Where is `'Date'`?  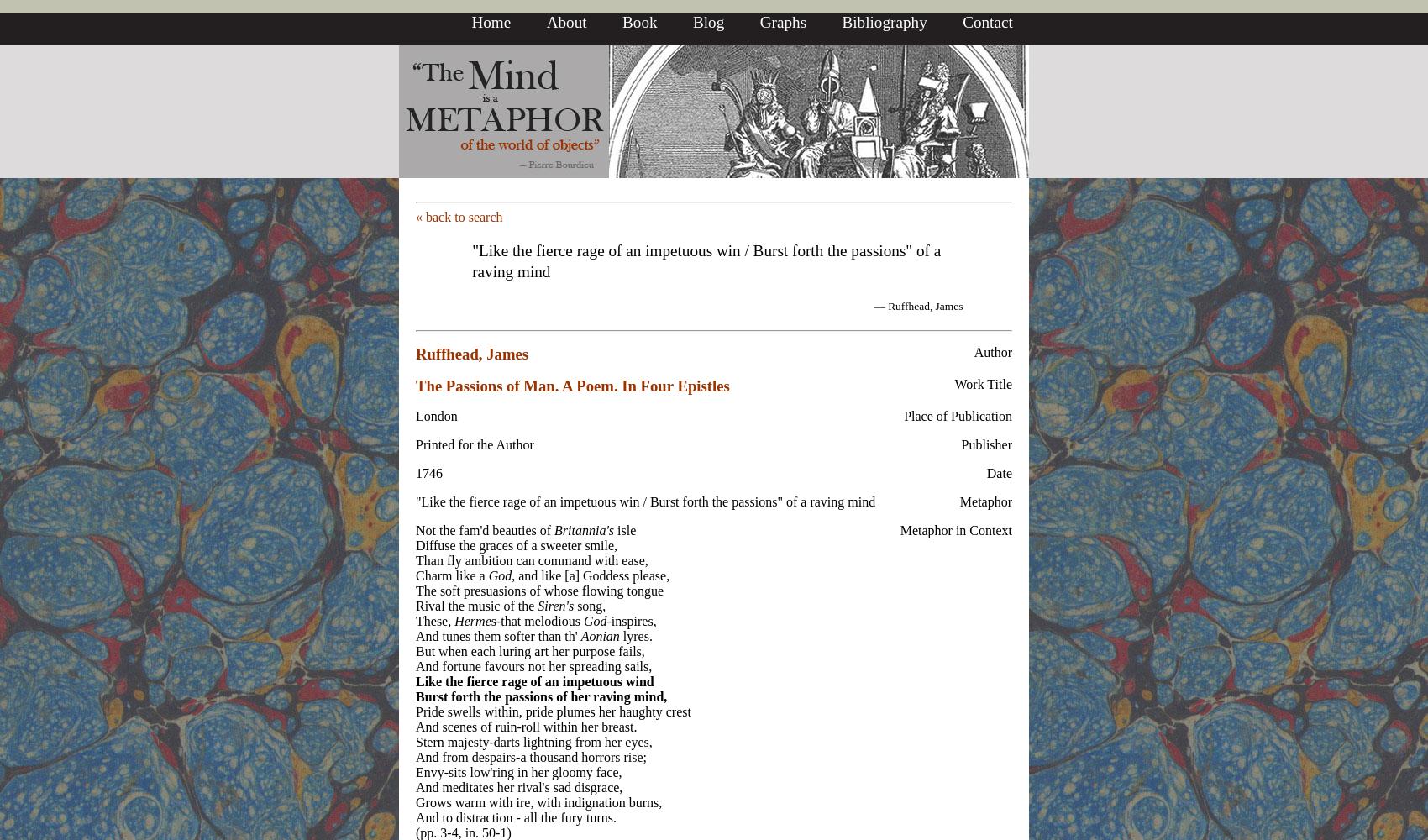
'Date' is located at coordinates (998, 472).